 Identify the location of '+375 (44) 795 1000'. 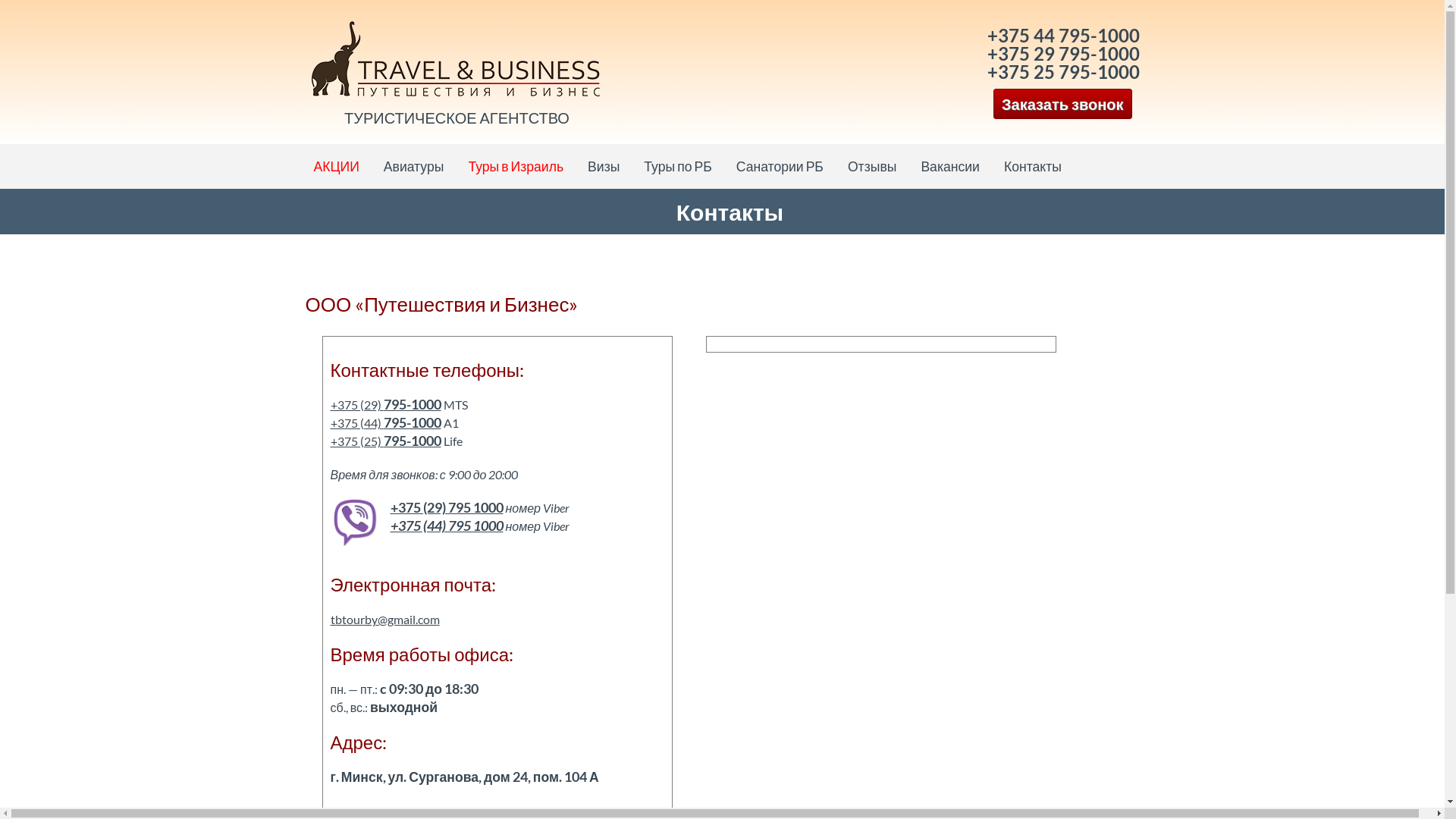
(445, 525).